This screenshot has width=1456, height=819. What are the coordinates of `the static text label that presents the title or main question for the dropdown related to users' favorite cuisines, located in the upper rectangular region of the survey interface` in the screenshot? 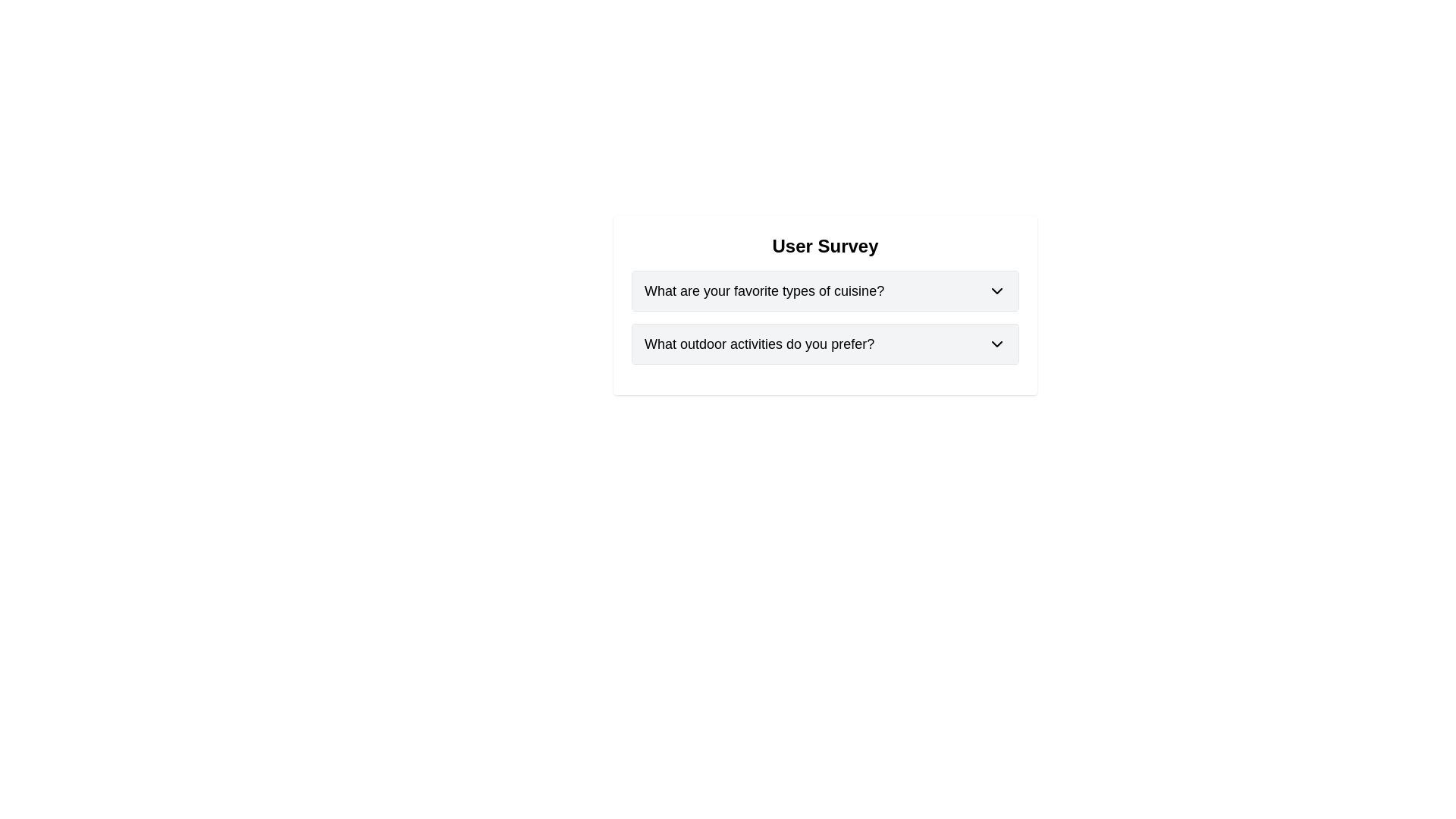 It's located at (764, 291).